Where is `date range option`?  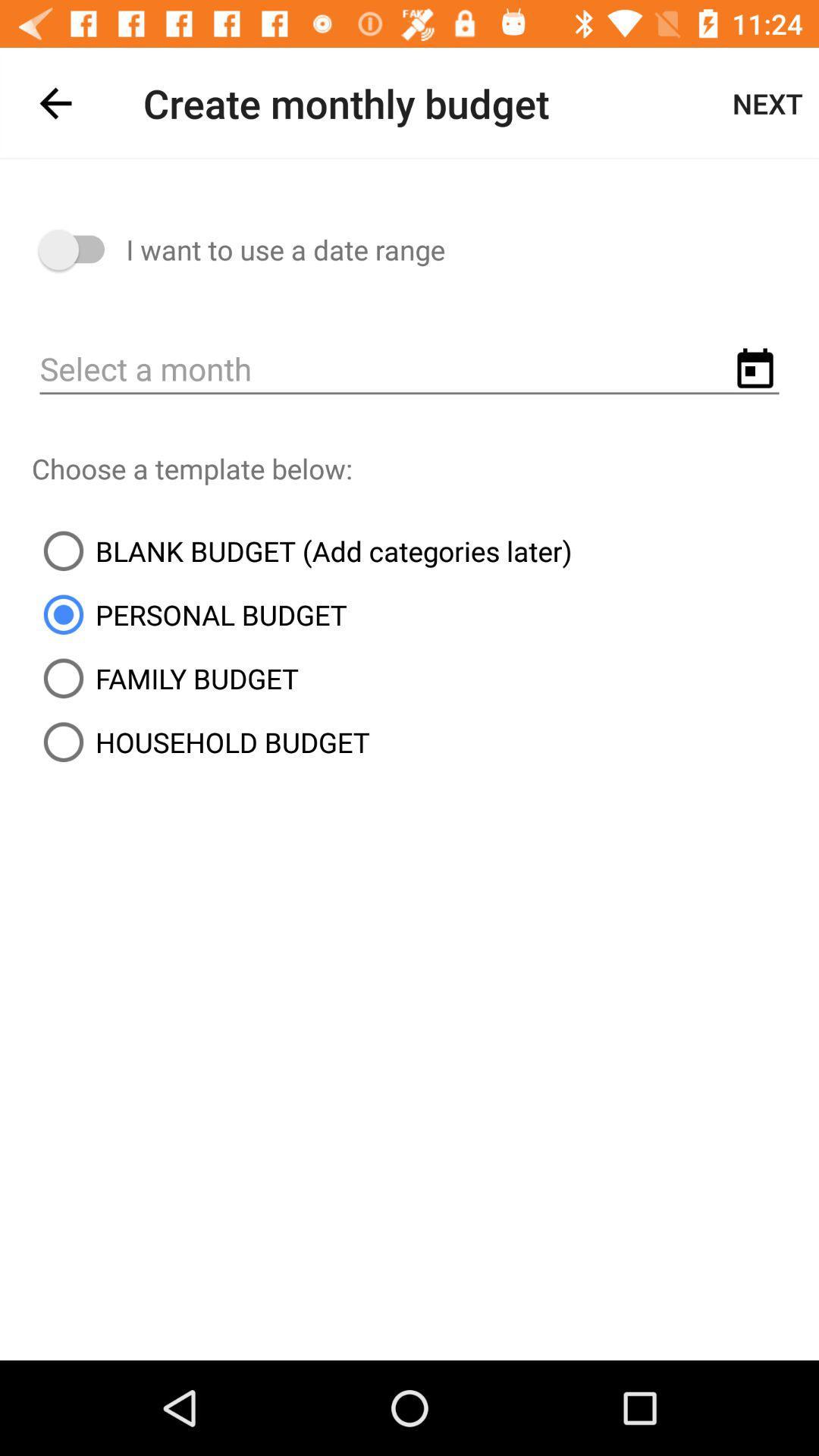 date range option is located at coordinates (79, 249).